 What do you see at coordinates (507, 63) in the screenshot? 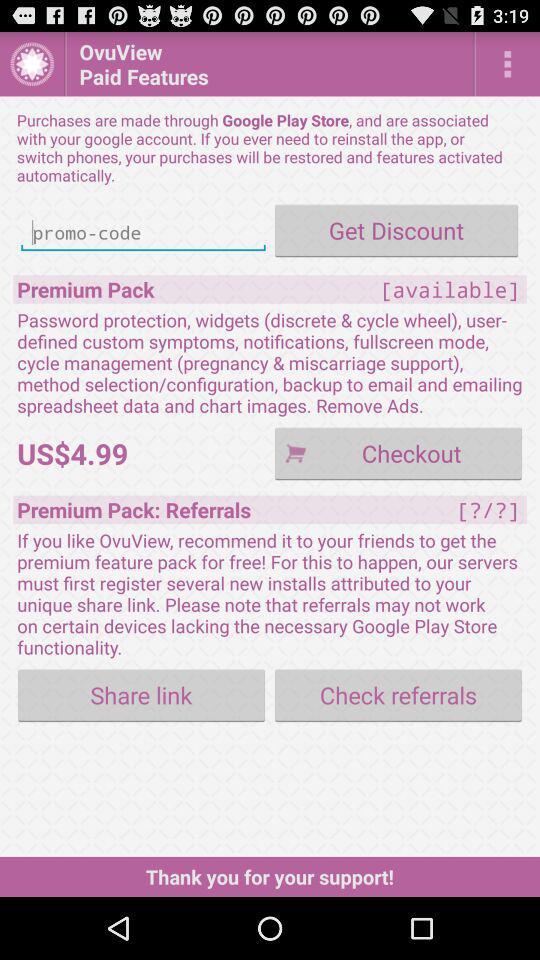
I see `side manu button` at bounding box center [507, 63].